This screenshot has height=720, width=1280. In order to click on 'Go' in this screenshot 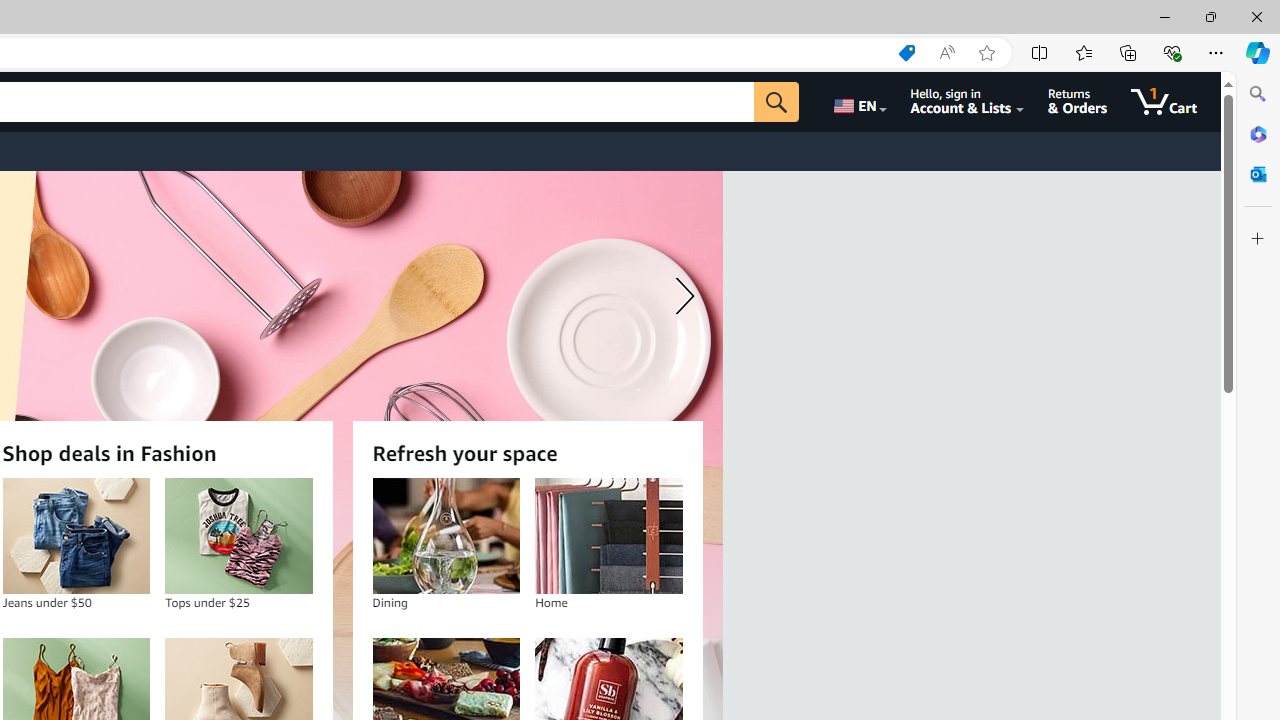, I will do `click(775, 101)`.